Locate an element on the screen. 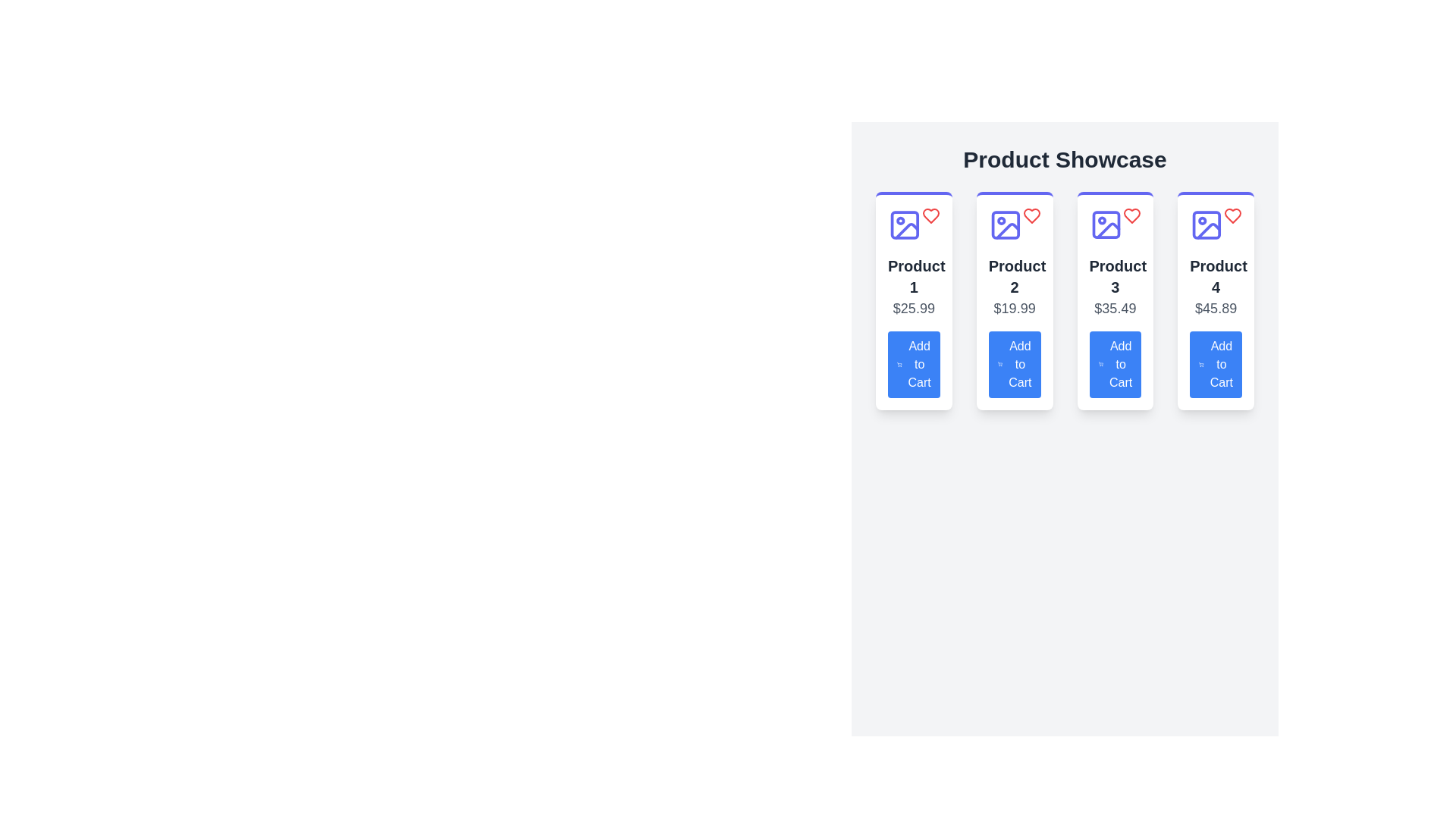 This screenshot has width=1456, height=819. the favorite button located to the right of the image icon in the top-right corner of the card for 'Product 1' is located at coordinates (930, 216).